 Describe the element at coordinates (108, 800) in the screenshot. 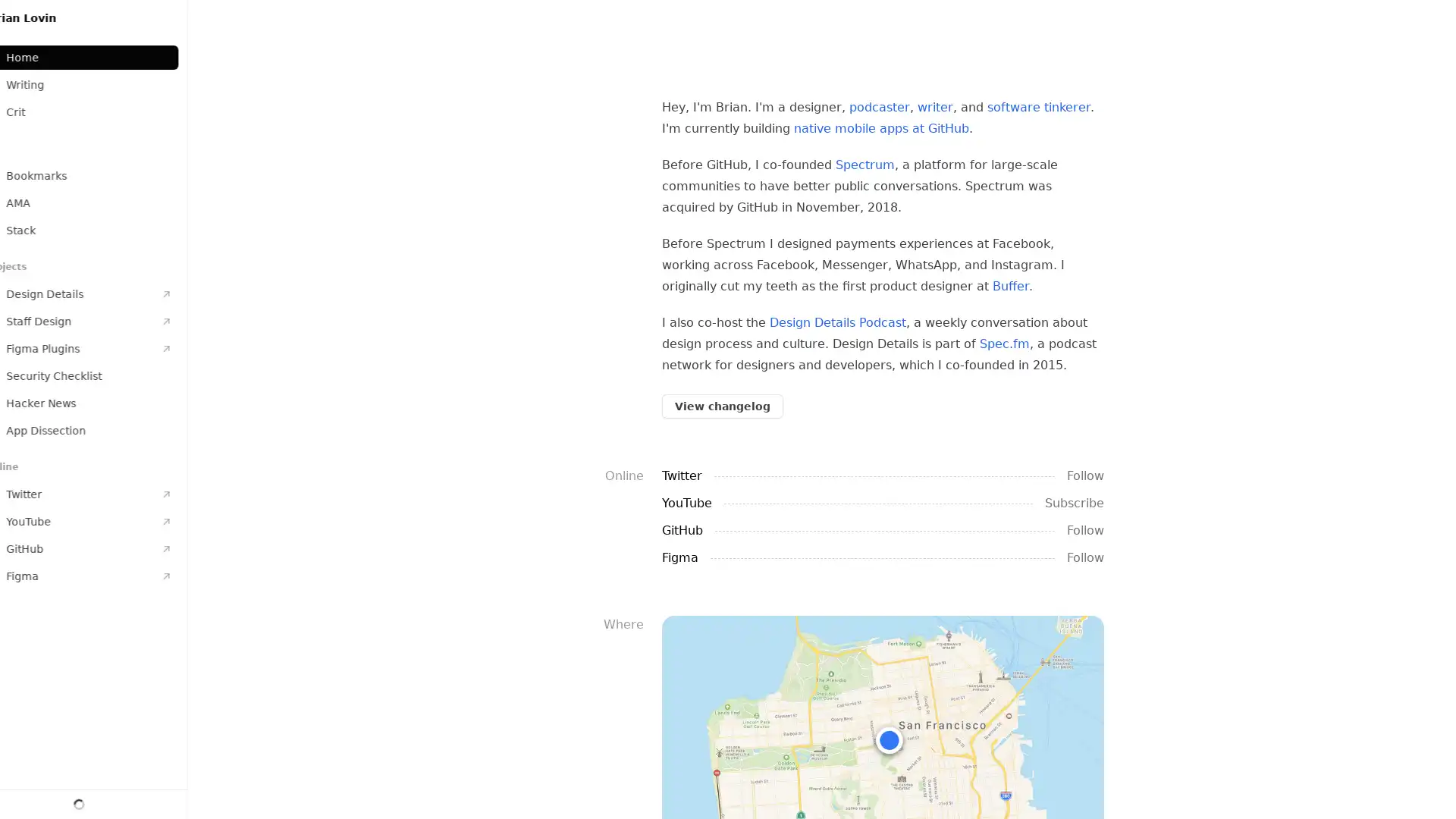

I see `Sign in` at that location.